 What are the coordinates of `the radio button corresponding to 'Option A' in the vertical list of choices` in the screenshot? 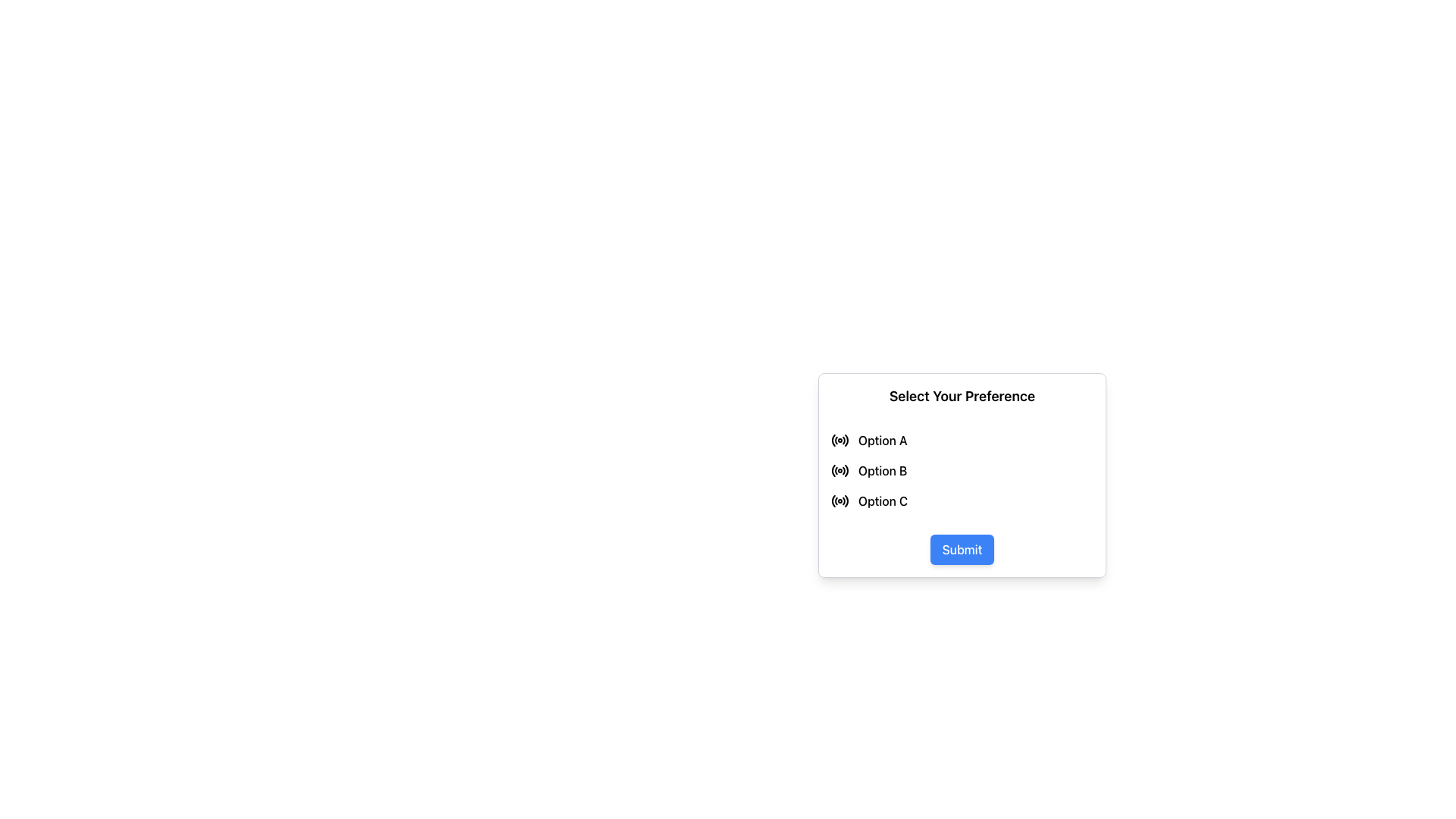 It's located at (839, 441).